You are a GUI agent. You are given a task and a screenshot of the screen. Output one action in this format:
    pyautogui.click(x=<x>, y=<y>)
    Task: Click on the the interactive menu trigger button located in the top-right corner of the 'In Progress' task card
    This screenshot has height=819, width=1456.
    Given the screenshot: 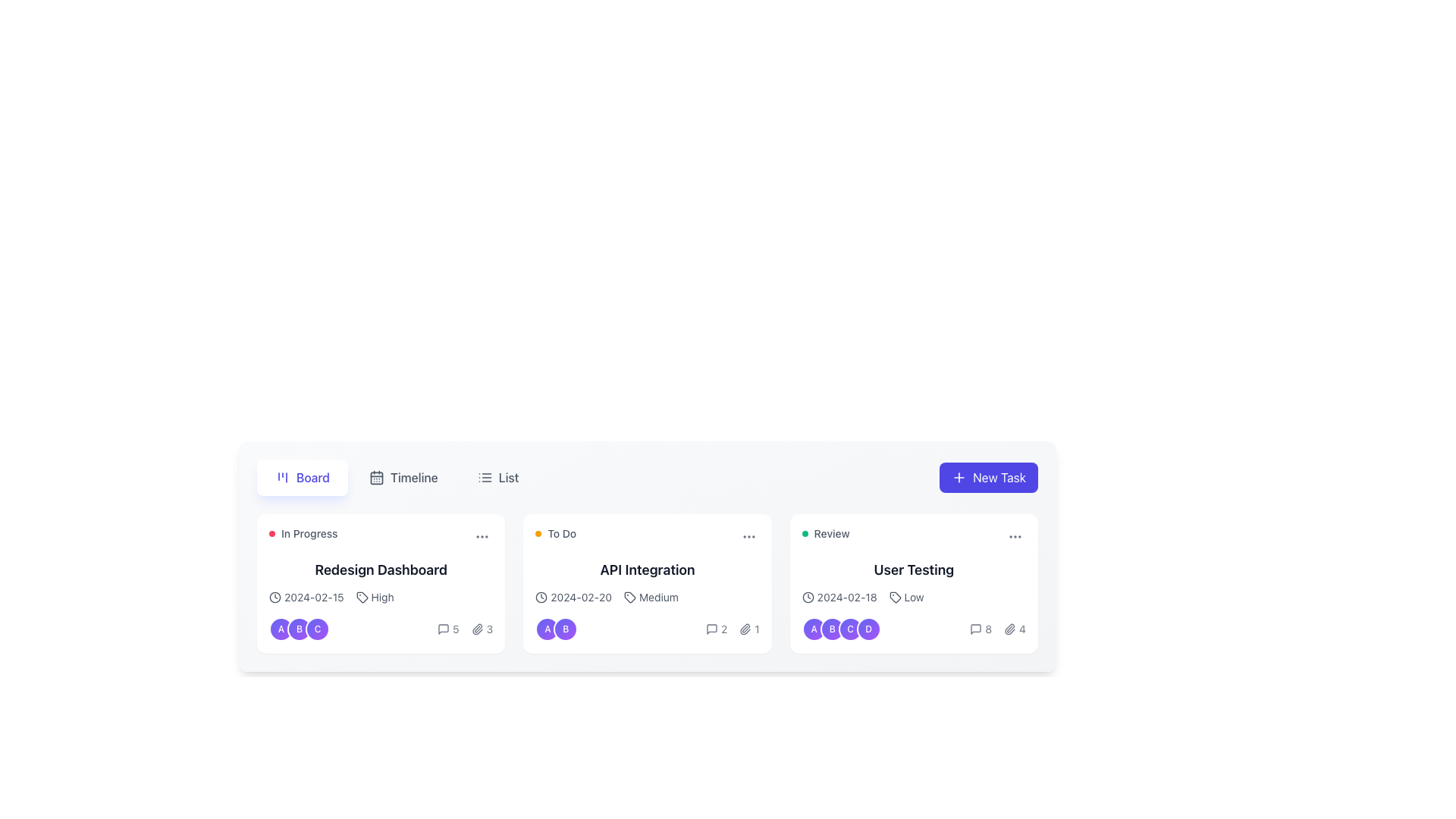 What is the action you would take?
    pyautogui.click(x=482, y=536)
    